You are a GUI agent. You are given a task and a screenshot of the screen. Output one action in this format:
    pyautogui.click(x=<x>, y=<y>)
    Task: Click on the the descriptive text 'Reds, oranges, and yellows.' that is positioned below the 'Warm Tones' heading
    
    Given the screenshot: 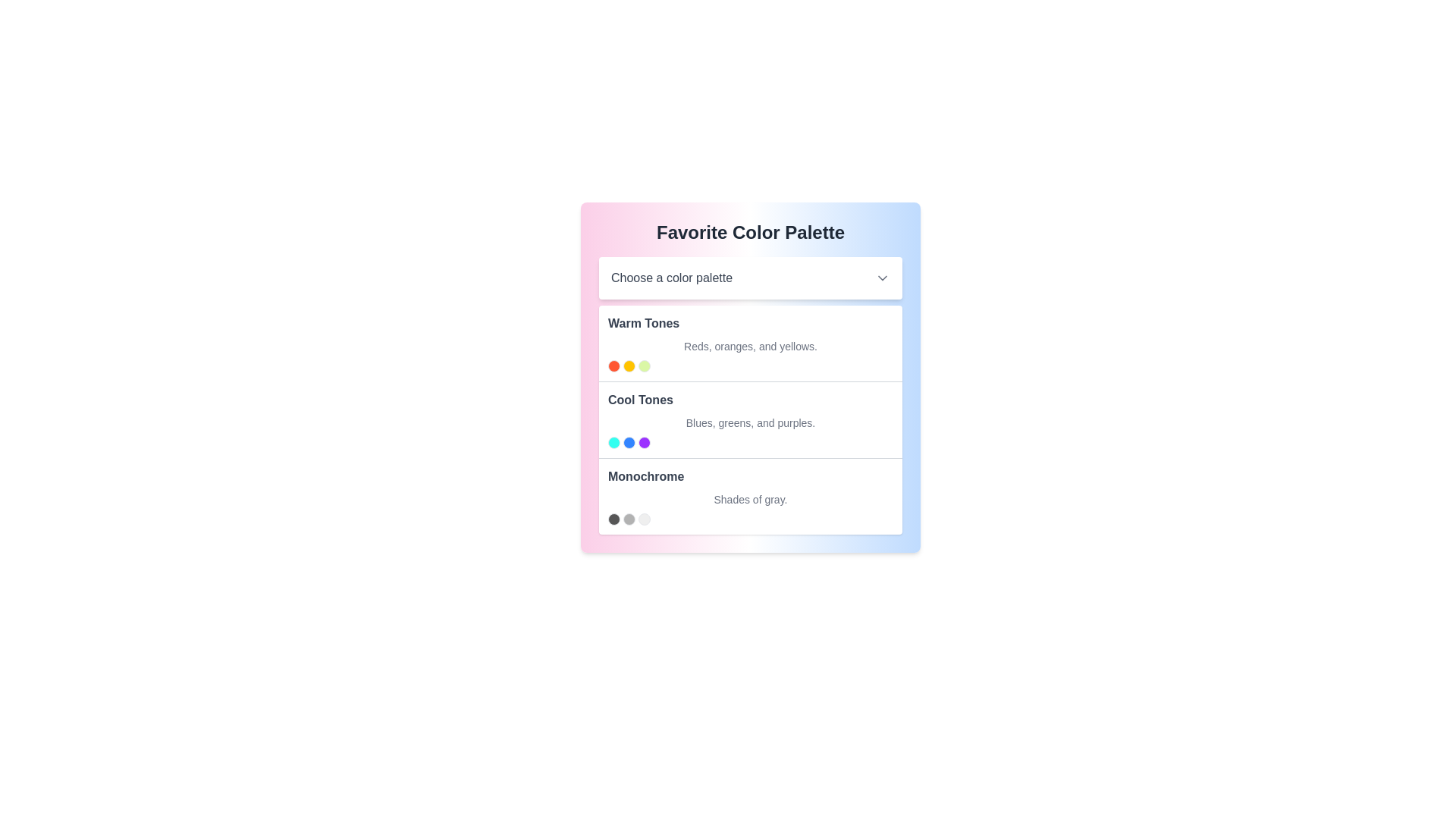 What is the action you would take?
    pyautogui.click(x=750, y=346)
    